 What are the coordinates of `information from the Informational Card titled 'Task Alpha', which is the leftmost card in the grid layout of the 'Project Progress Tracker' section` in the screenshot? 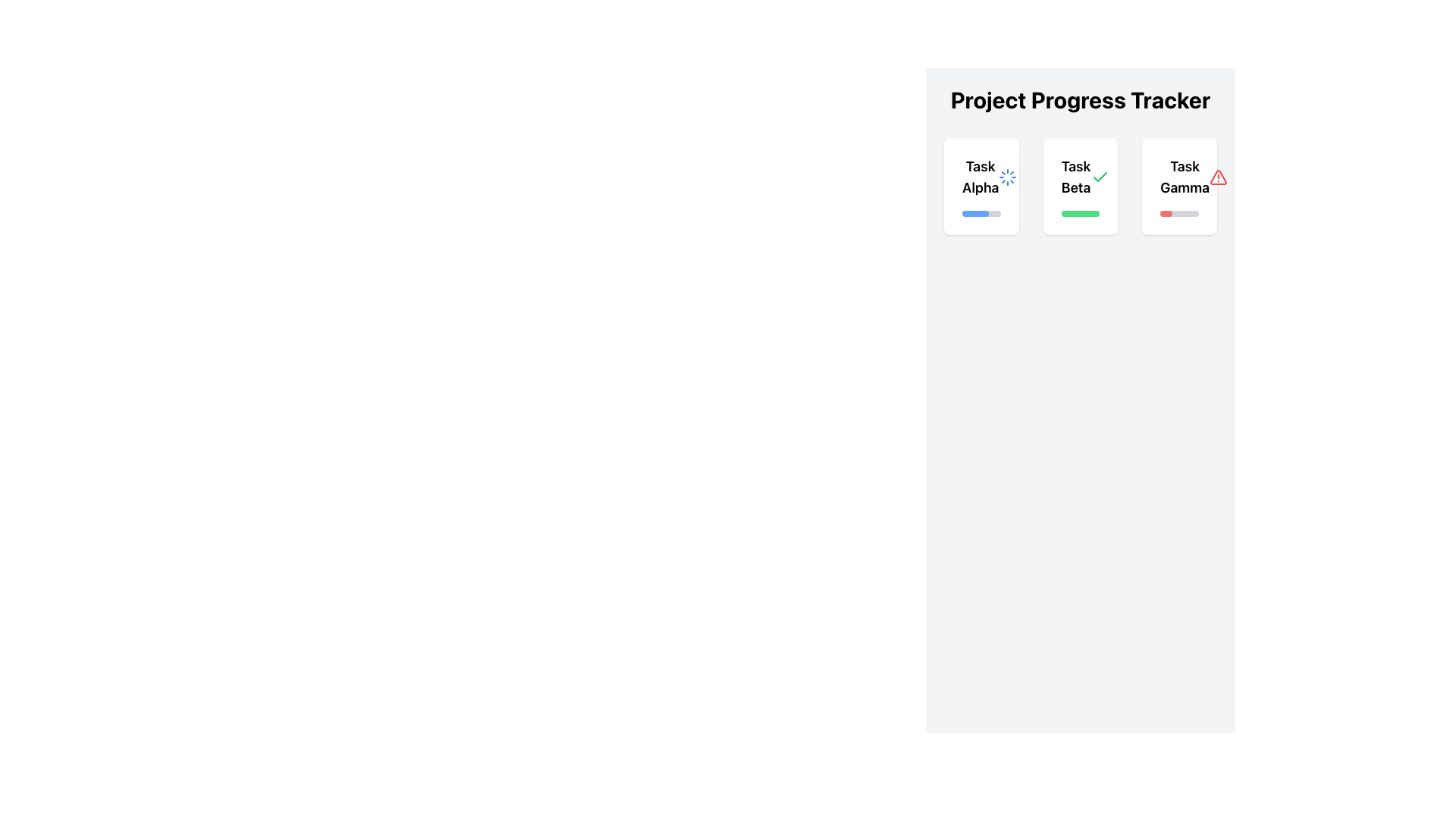 It's located at (981, 186).